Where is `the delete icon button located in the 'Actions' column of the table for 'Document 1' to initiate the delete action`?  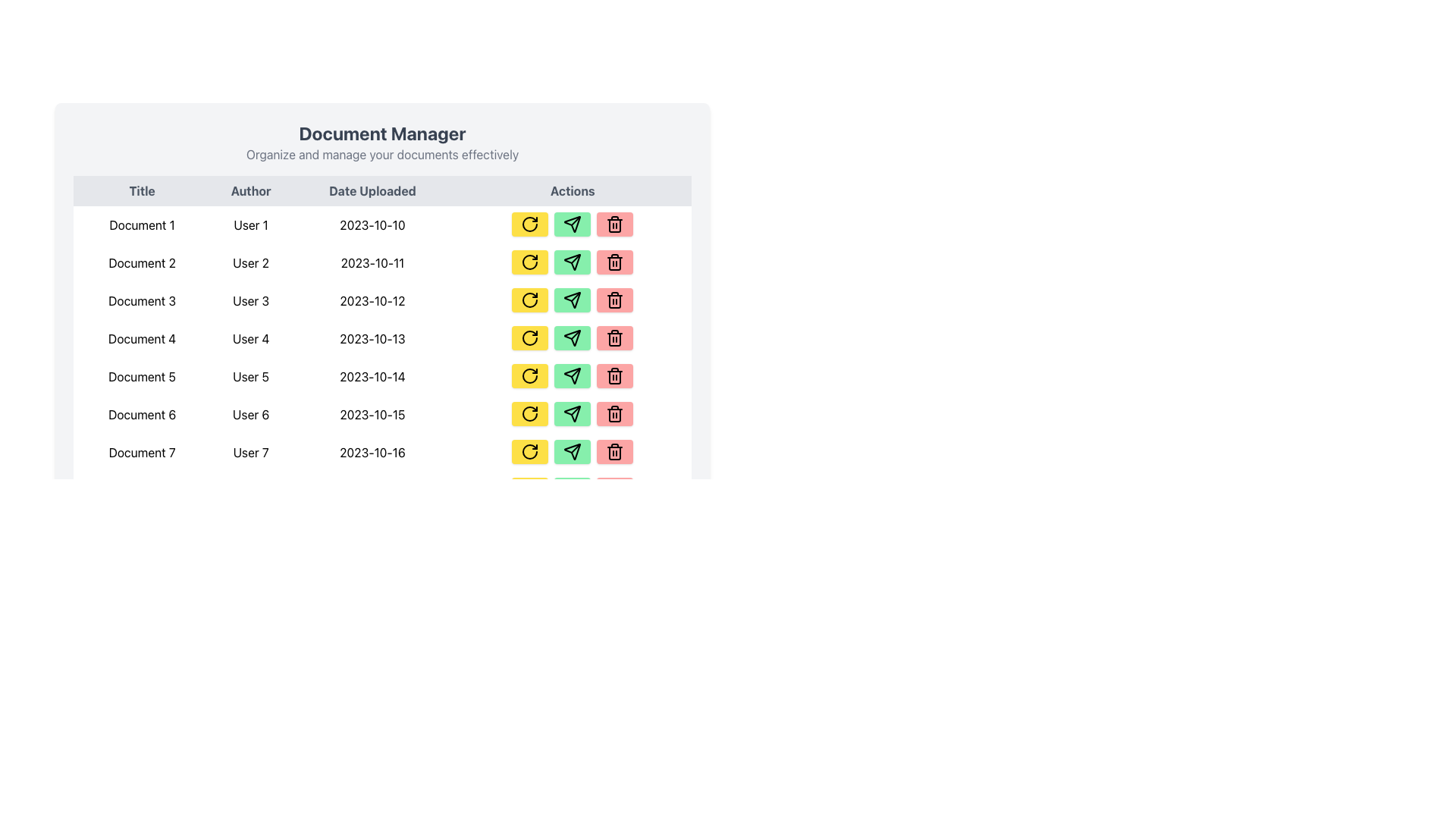
the delete icon button located in the 'Actions' column of the table for 'Document 1' to initiate the delete action is located at coordinates (615, 224).